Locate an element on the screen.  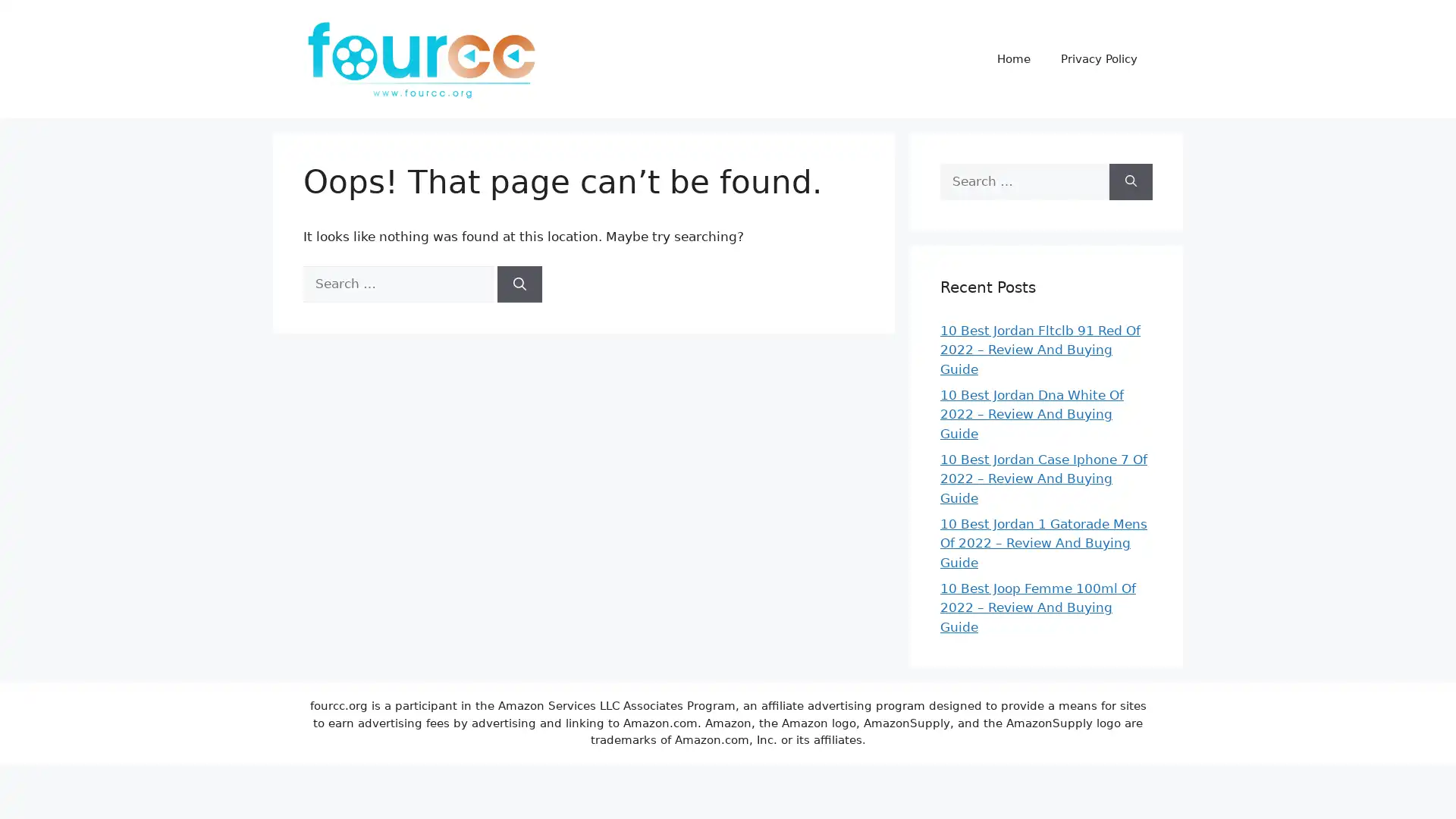
Search is located at coordinates (1131, 180).